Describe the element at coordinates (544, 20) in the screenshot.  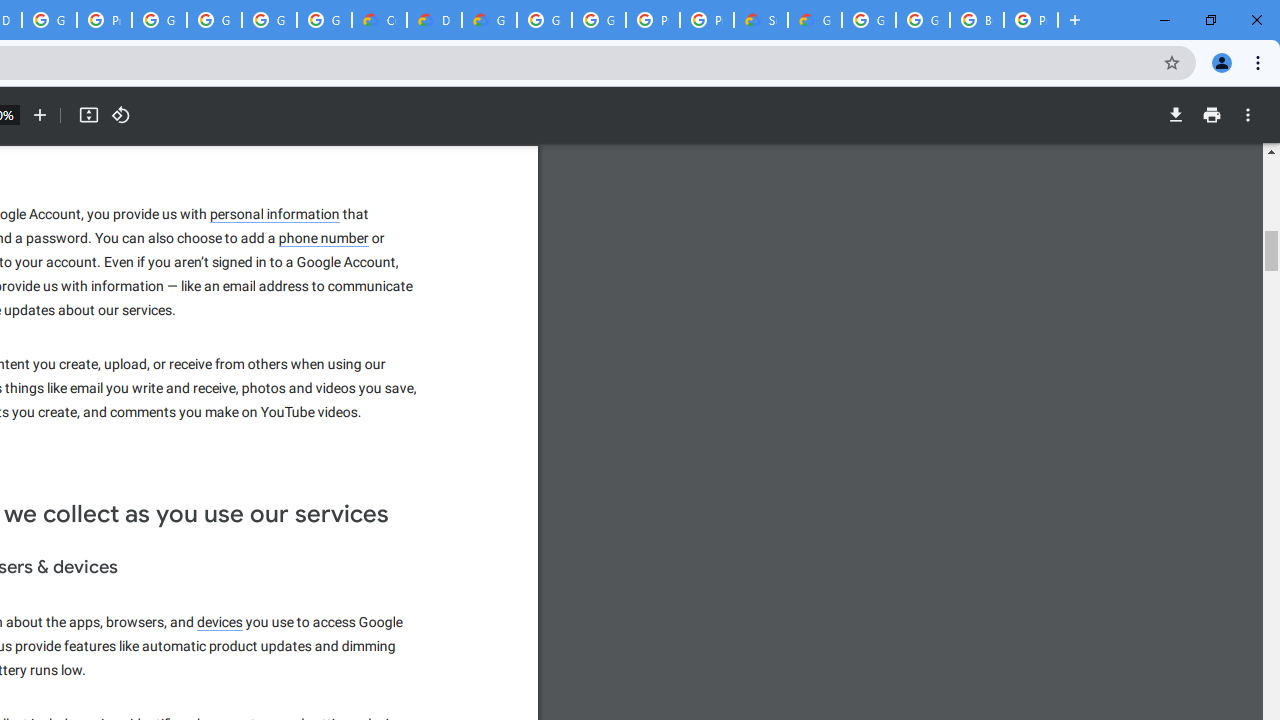
I see `'Google Cloud Platform'` at that location.